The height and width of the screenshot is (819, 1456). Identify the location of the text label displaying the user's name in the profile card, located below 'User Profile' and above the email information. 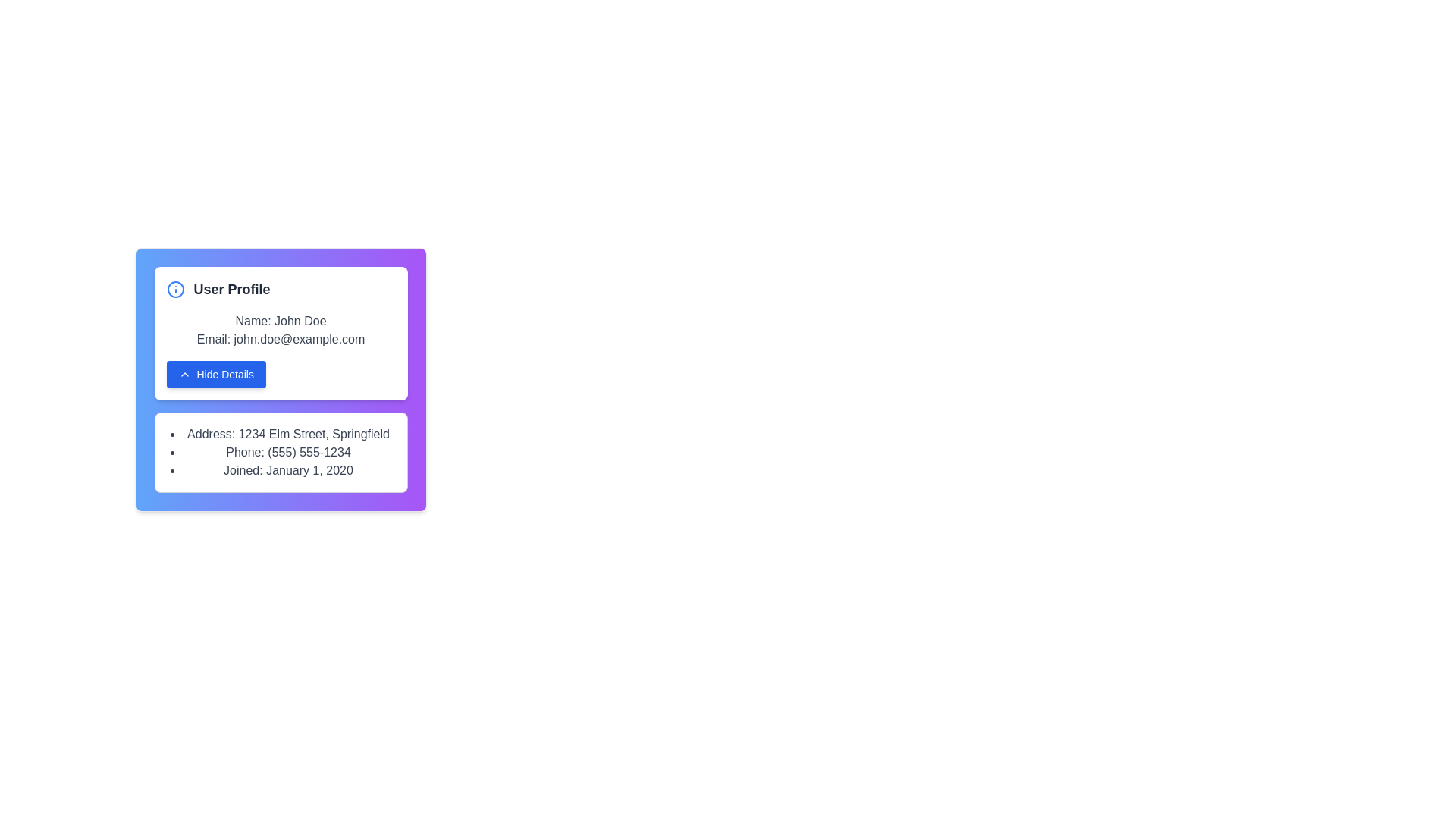
(281, 321).